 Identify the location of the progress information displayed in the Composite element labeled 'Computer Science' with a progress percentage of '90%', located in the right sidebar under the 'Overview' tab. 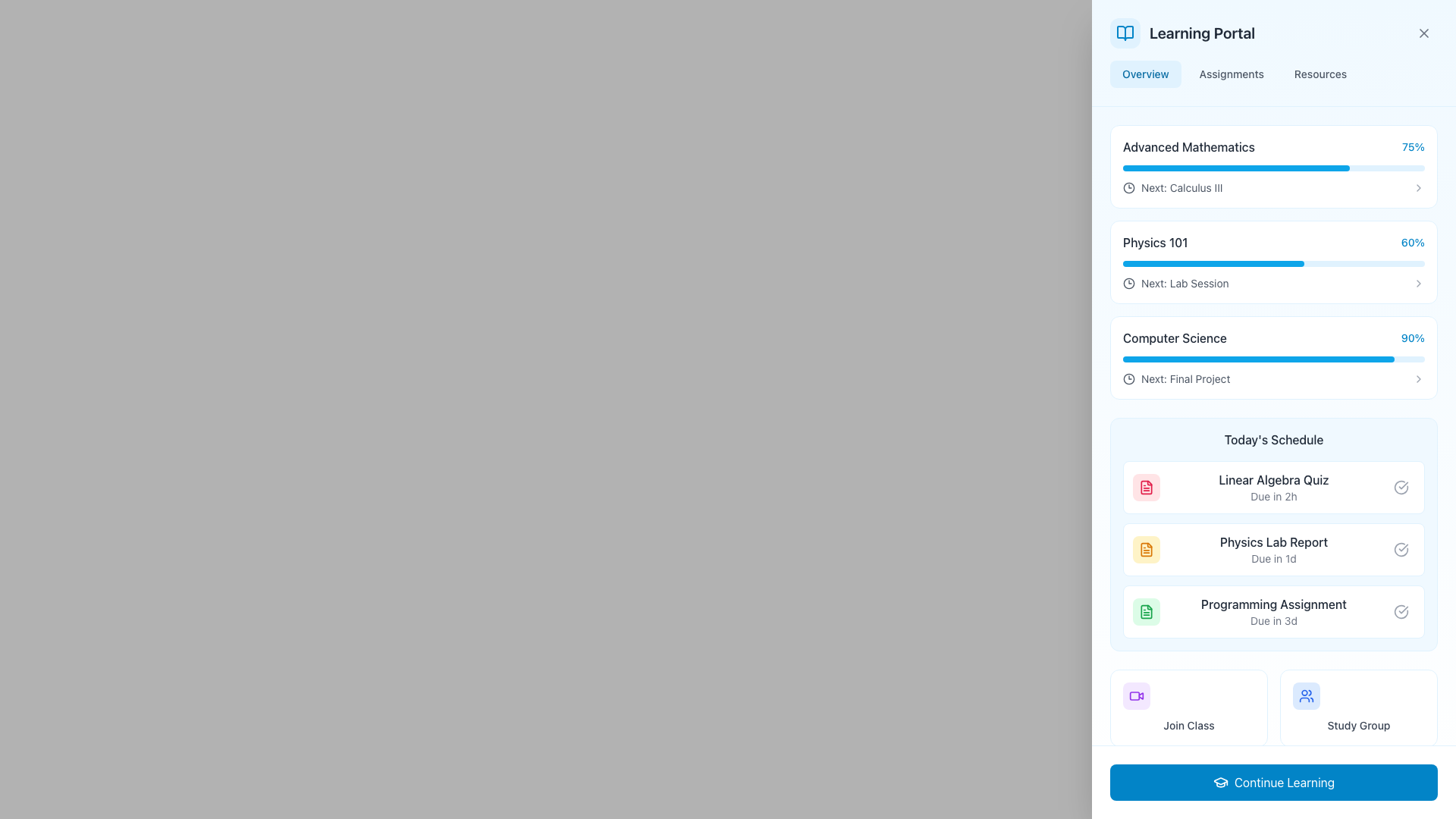
(1274, 337).